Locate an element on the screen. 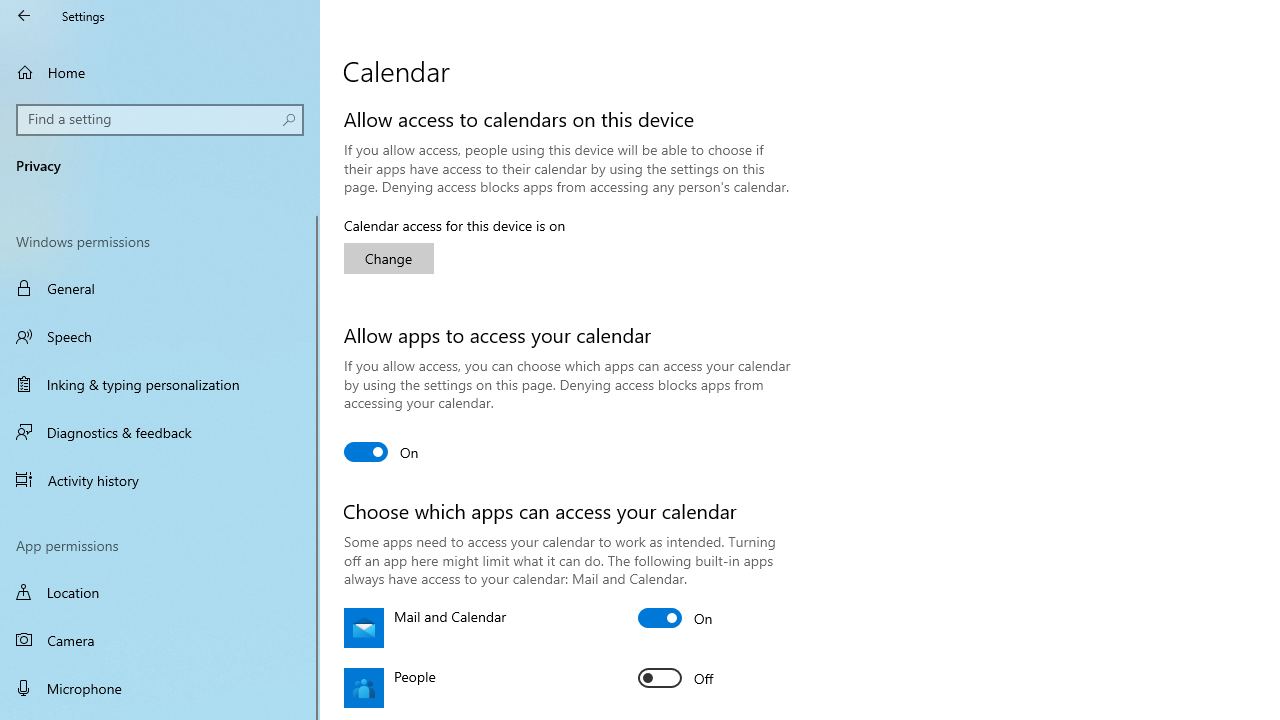 This screenshot has height=720, width=1280. 'General' is located at coordinates (160, 288).